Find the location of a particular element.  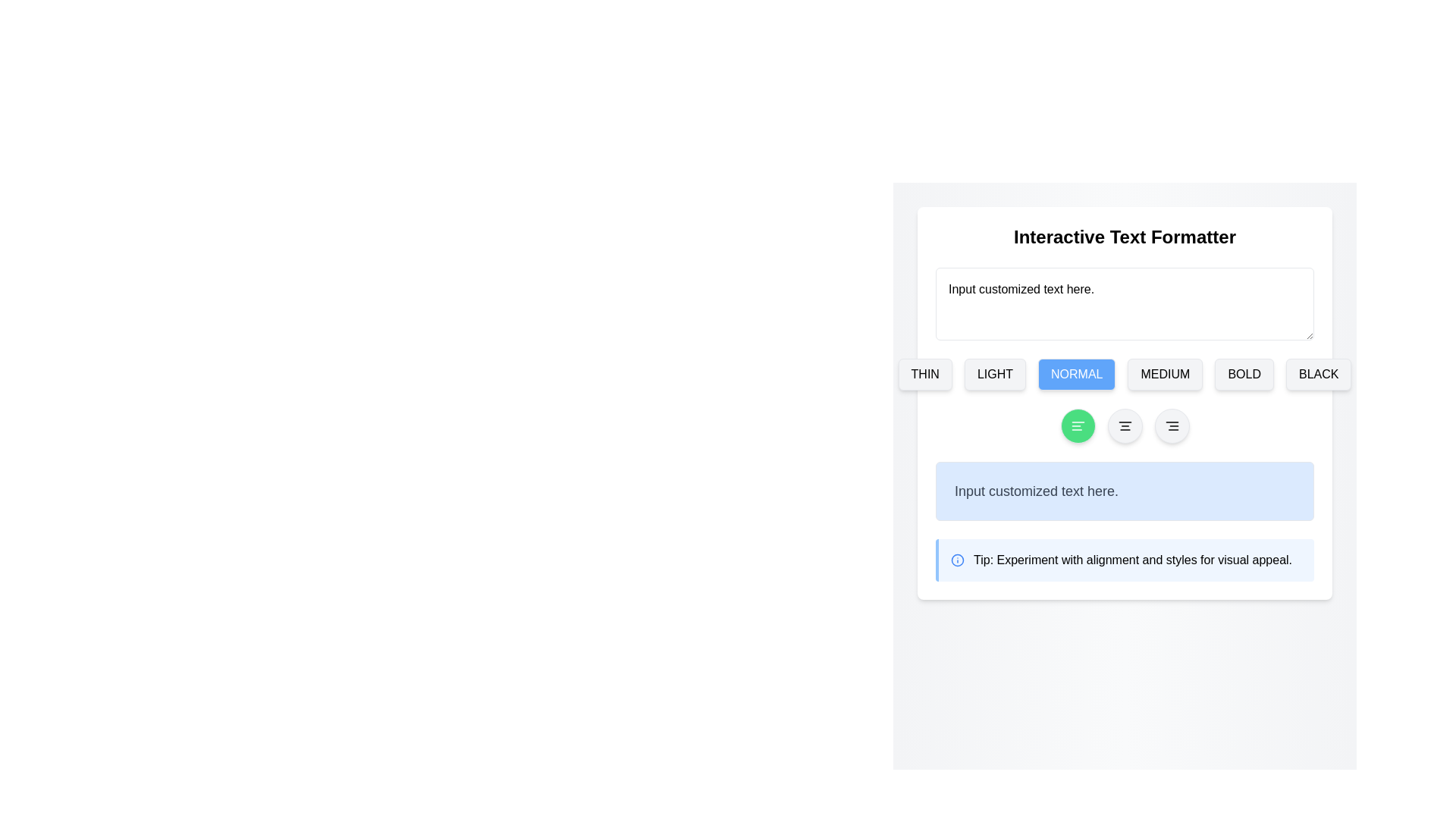

the sixth button labeled 'BLACK' which is a light gray rectangular button with rounded borders to trigger a tooltip or highlight effect is located at coordinates (1318, 374).